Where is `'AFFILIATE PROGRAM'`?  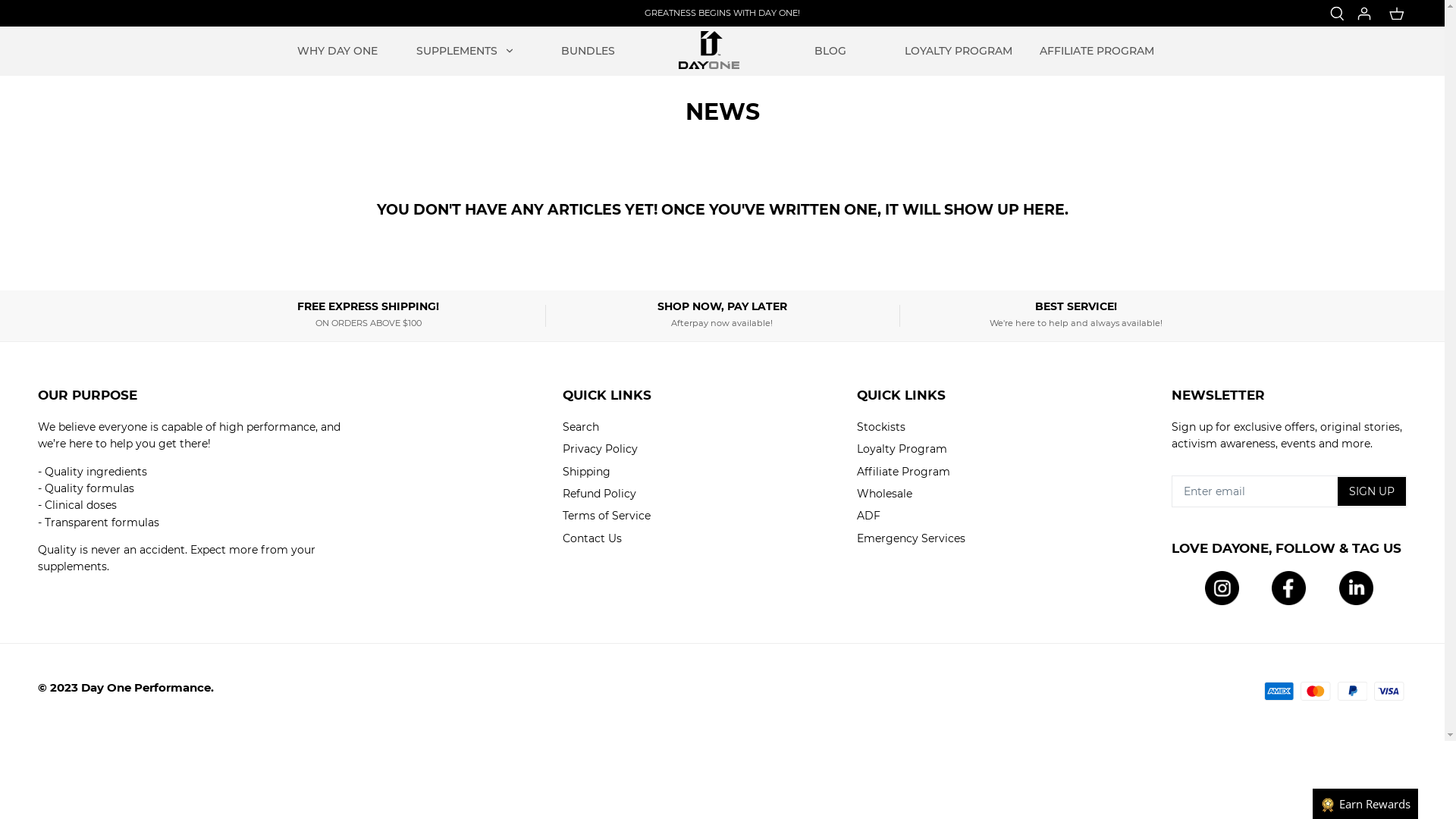
'AFFILIATE PROGRAM' is located at coordinates (1097, 50).